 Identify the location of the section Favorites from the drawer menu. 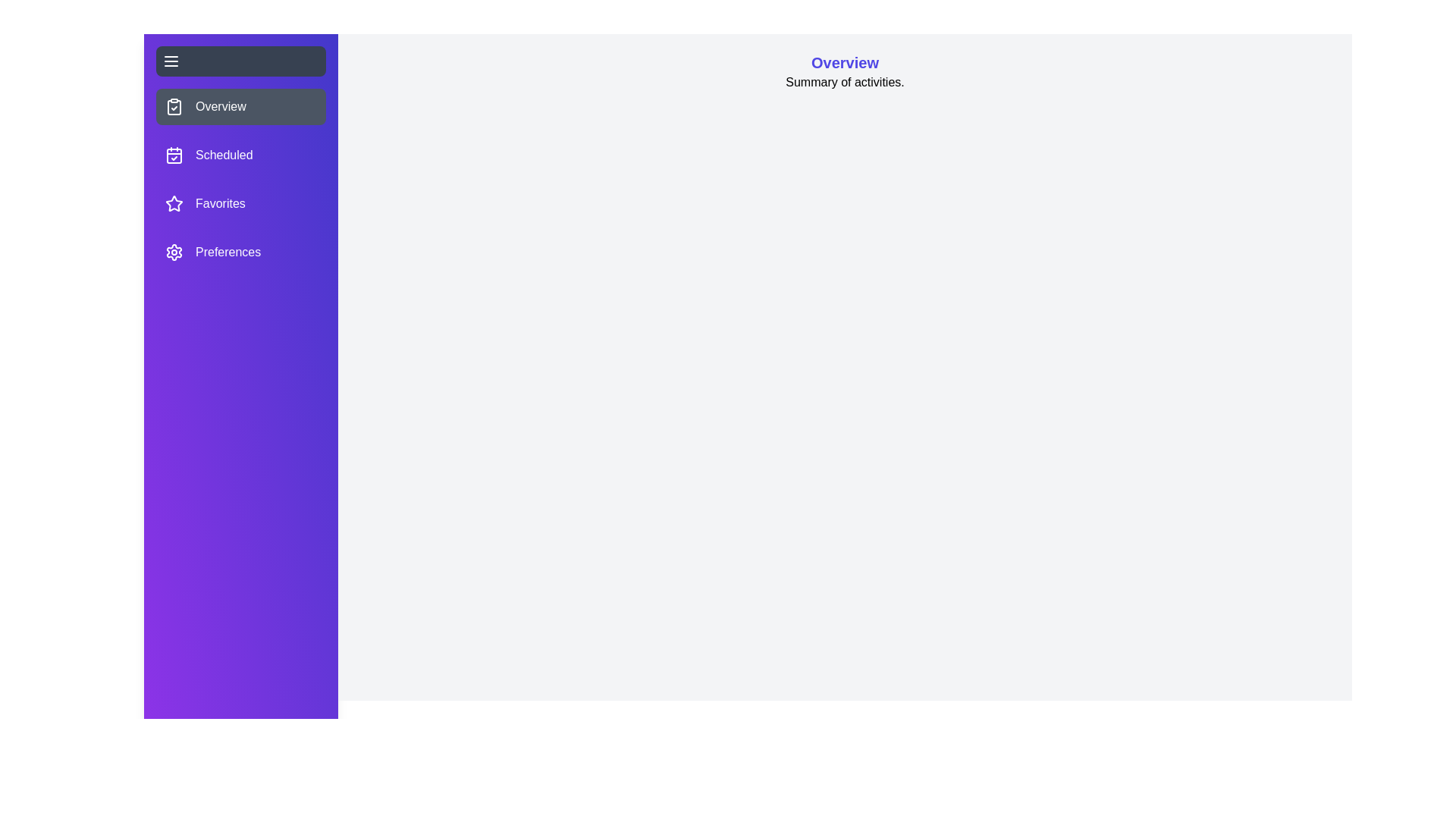
(240, 203).